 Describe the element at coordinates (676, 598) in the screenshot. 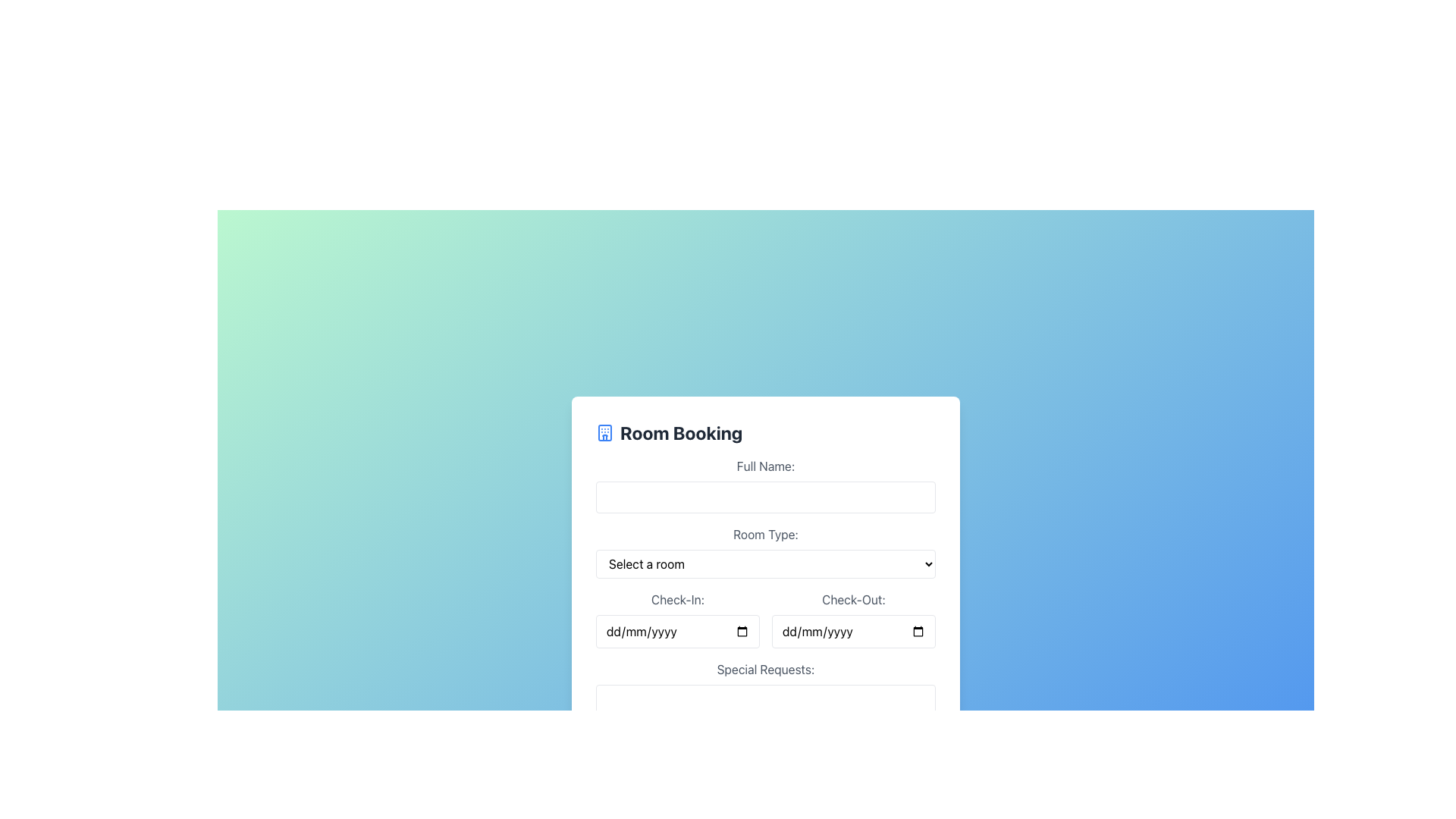

I see `the label indicating 'Check-In Date'` at that location.